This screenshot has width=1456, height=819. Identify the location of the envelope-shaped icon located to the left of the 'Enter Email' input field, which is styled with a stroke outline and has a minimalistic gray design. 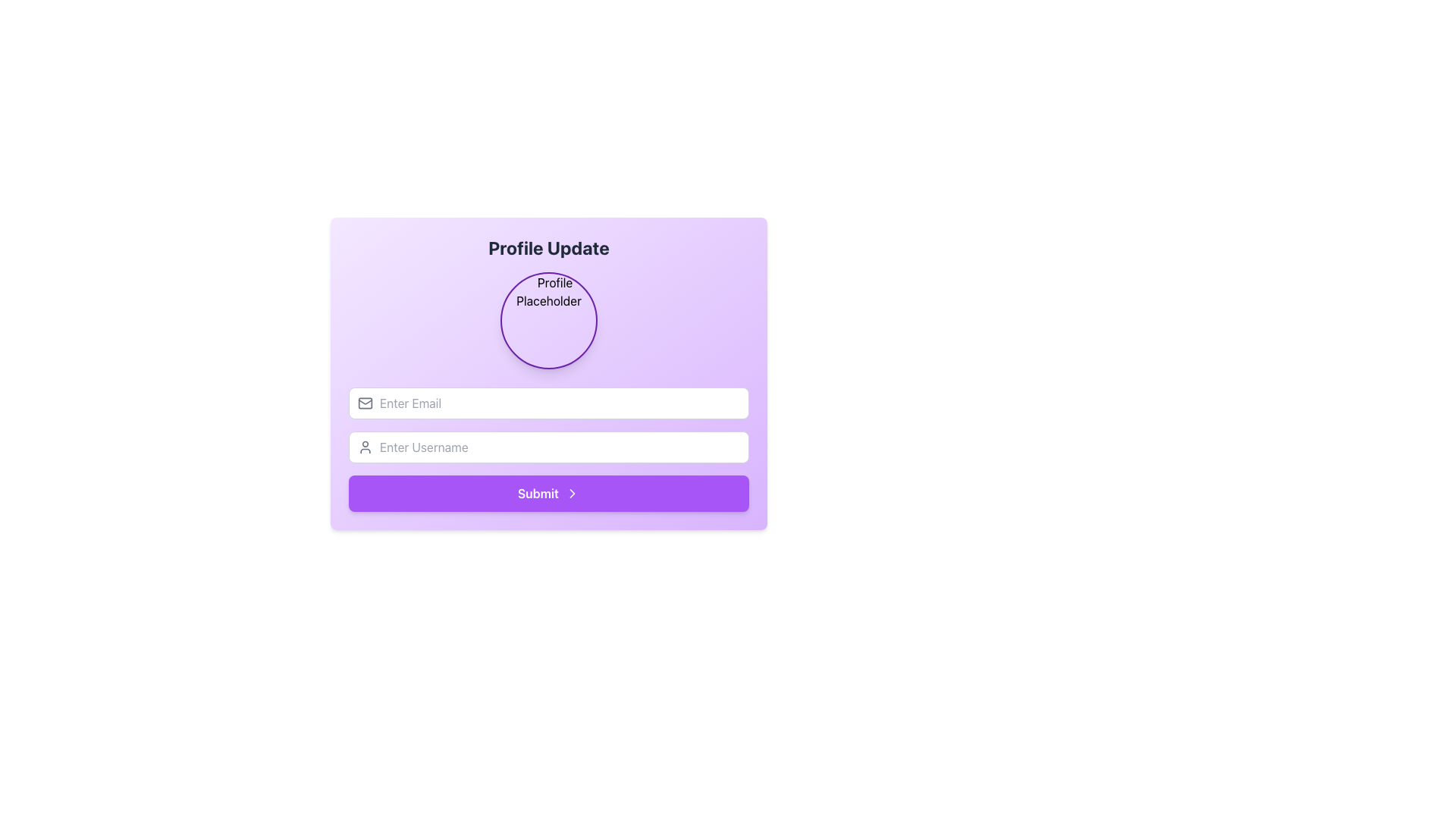
(365, 403).